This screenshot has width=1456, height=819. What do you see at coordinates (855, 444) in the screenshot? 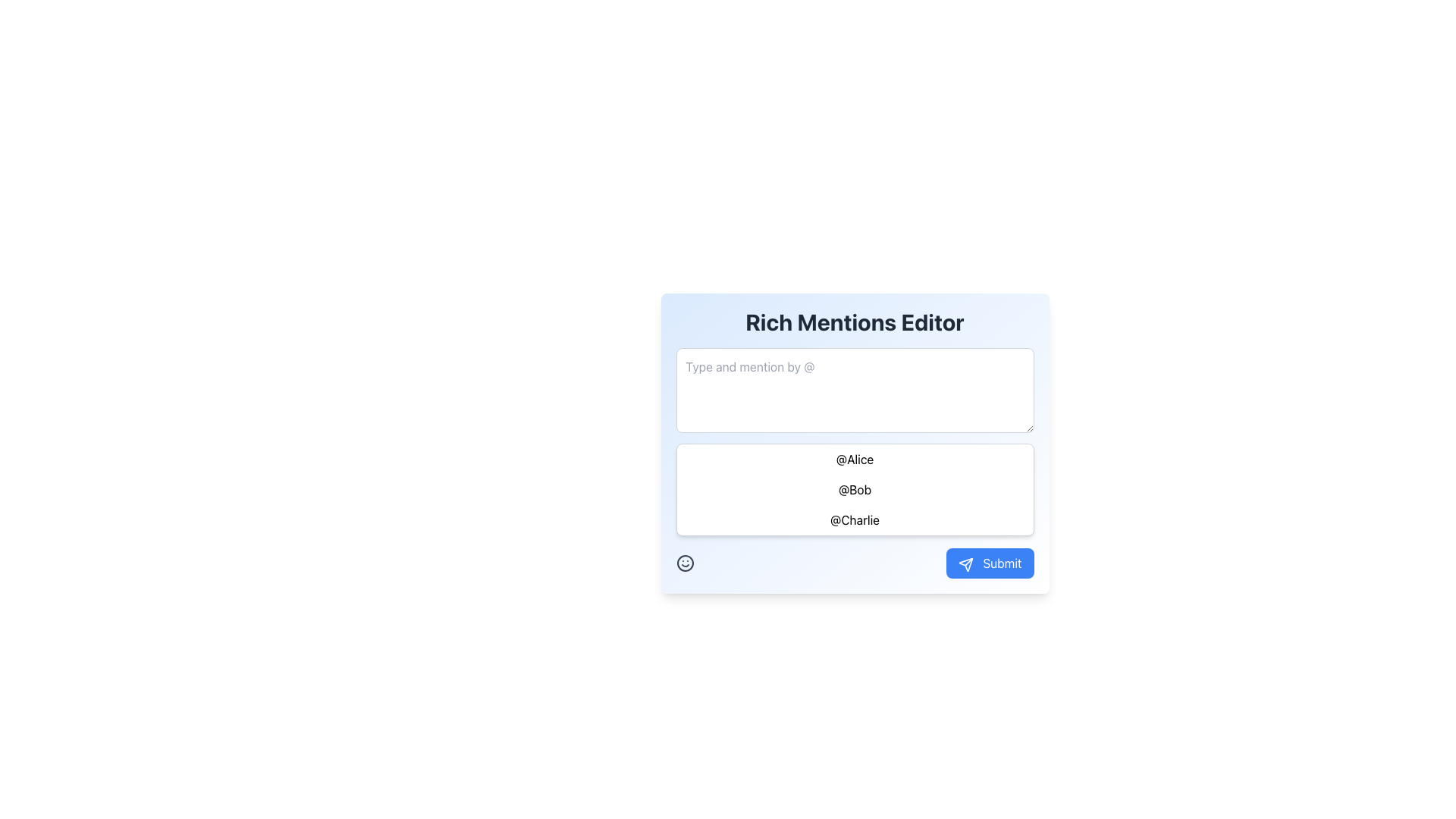
I see `the mention '@Alice' in the rich mentions editor UI component` at bounding box center [855, 444].